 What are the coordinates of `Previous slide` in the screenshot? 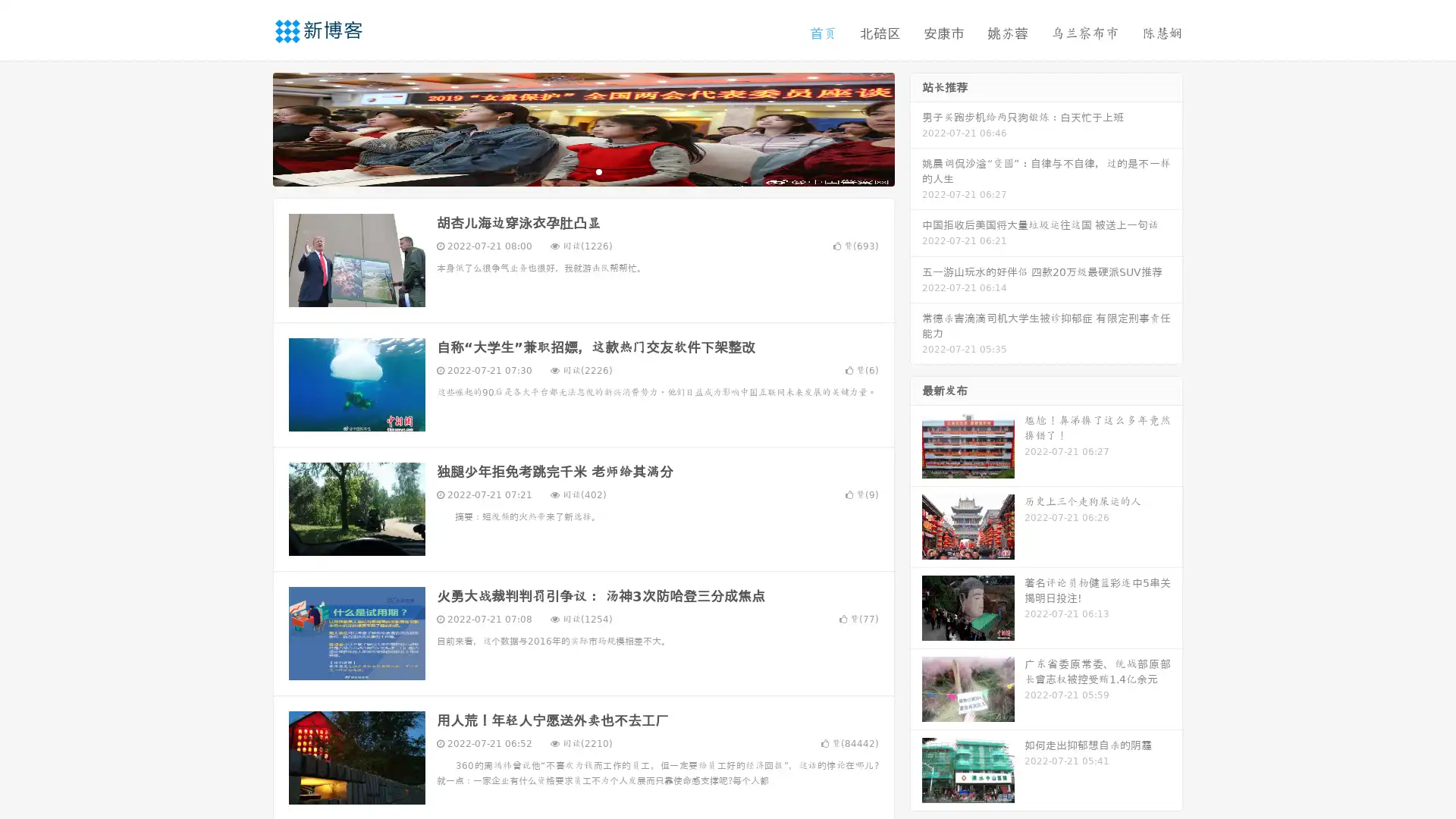 It's located at (250, 127).